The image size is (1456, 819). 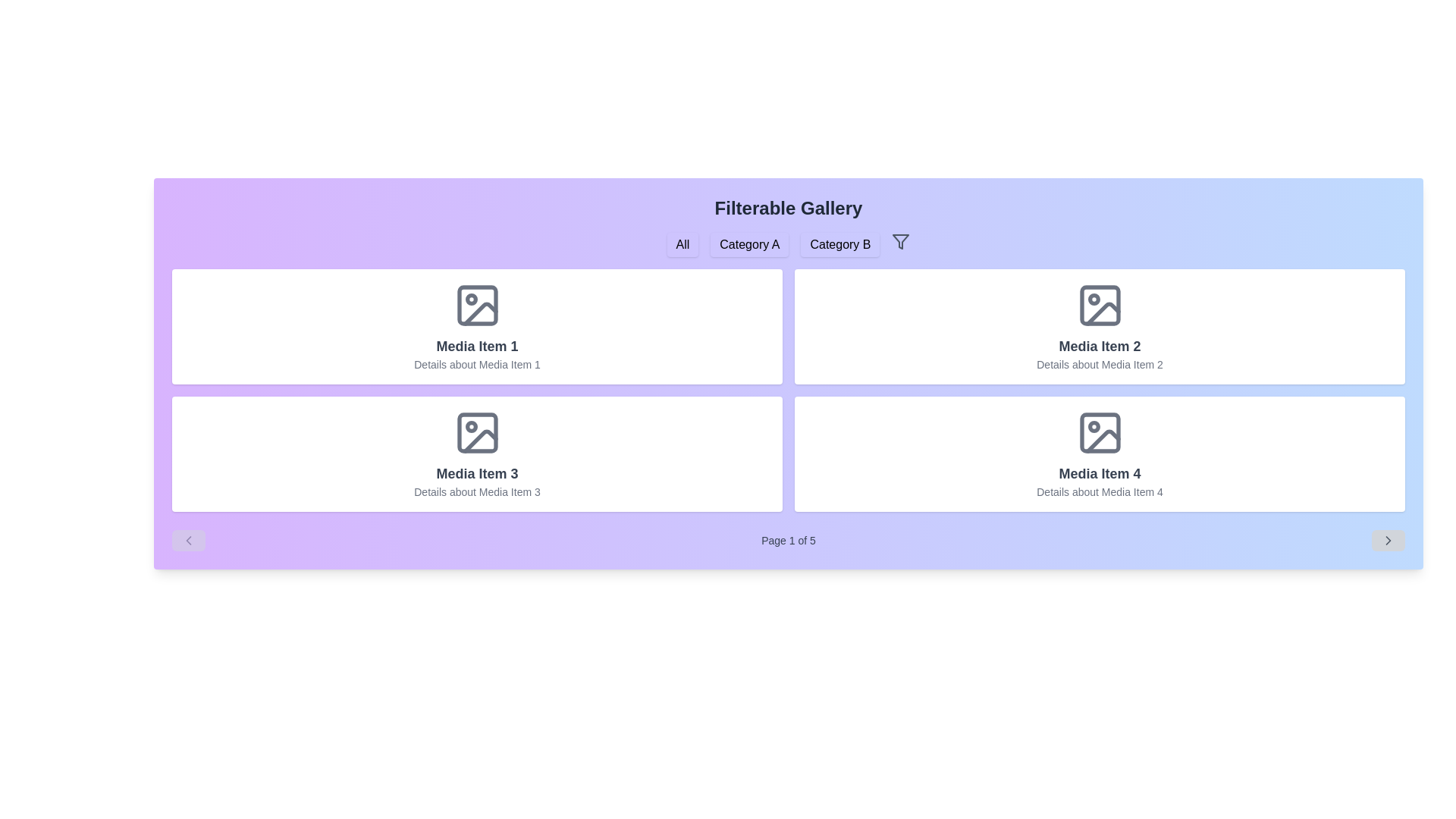 I want to click on the text label displaying 'Page 1 of 5', which is styled in a small gray font and located centered at the bottom of the gallery section, between the previous and next arrow icons, so click(x=789, y=540).